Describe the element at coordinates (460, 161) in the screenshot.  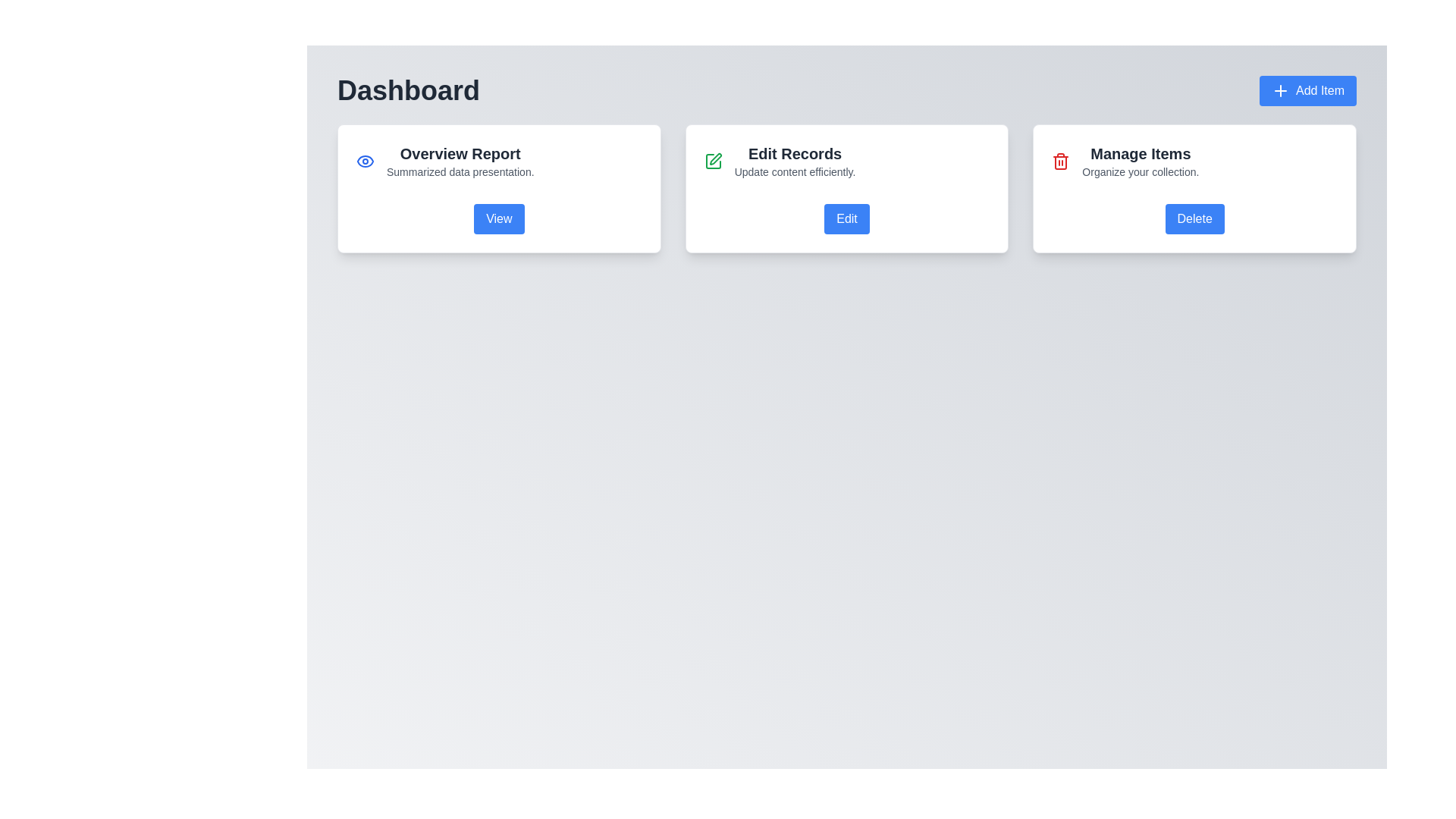
I see `title 'Overview Report' and subtitle 'Summarized data presentation.' from the text content located in the first card of the Dashboard interface, above the blue button labeled 'View'` at that location.